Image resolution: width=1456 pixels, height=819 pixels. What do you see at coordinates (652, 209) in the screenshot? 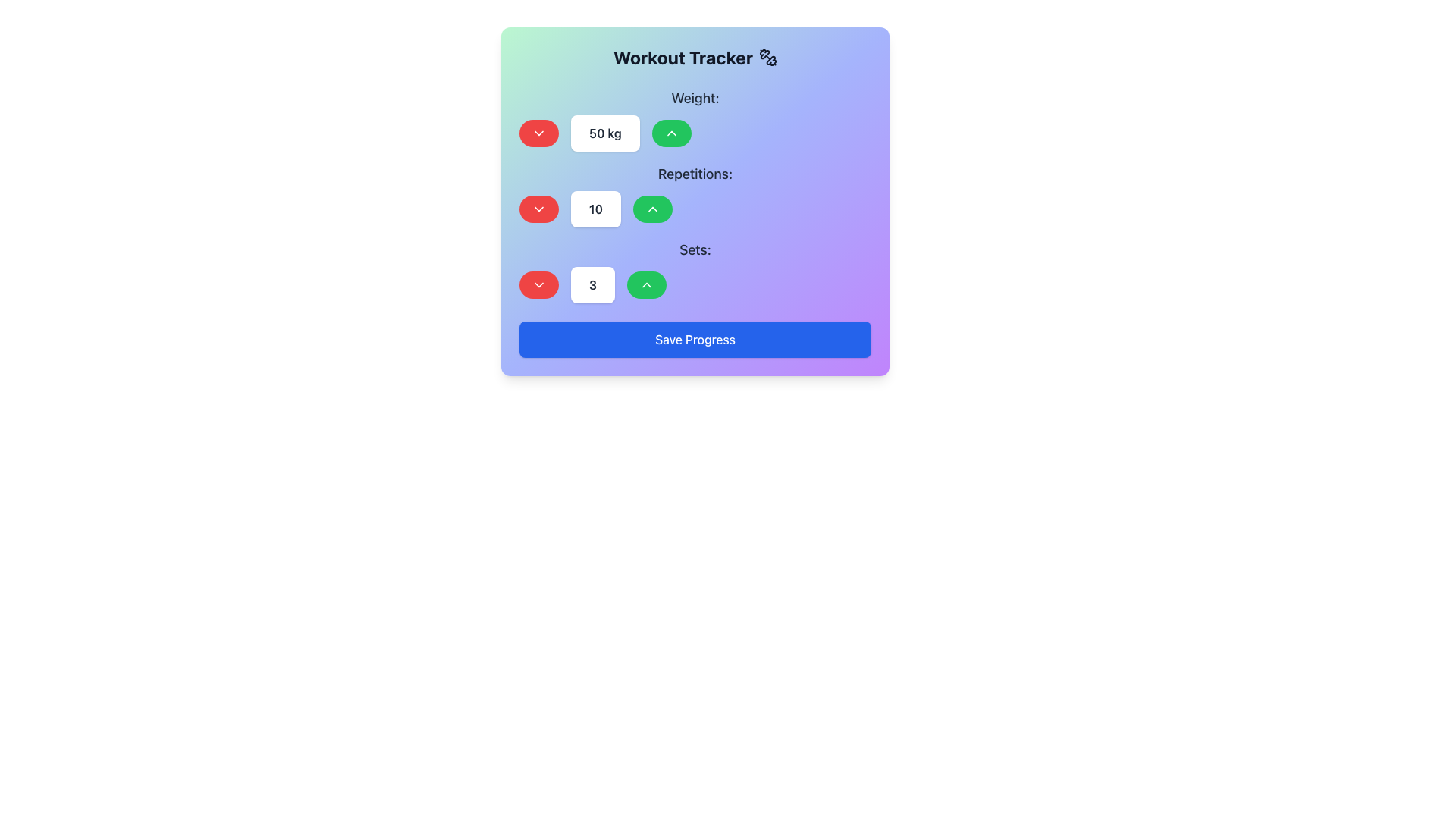
I see `the upward chevron icon within the circular green button located to the right of the 'Weight' label in the 'Workout Tracker' interface` at bounding box center [652, 209].